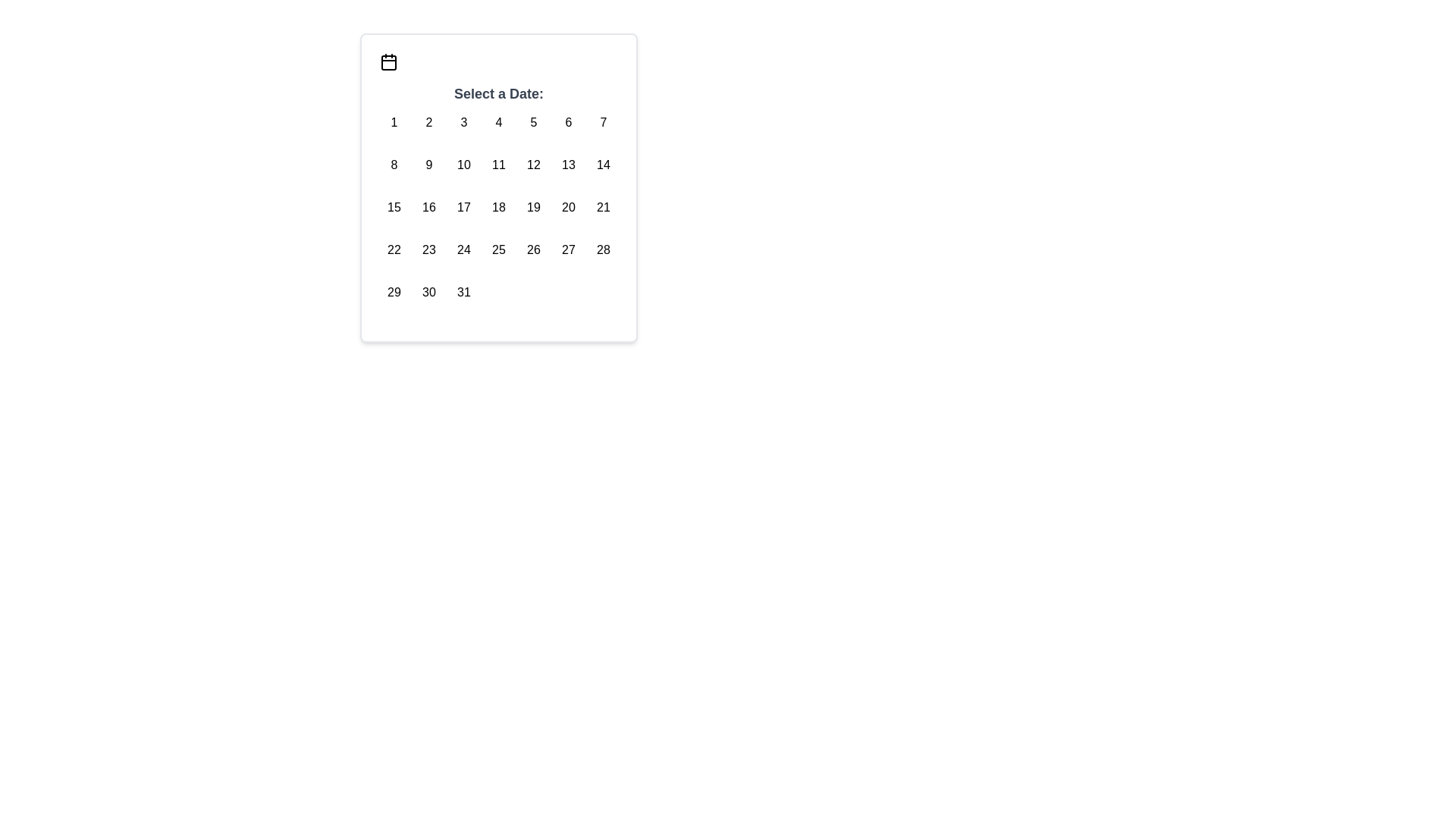 This screenshot has width=1456, height=819. Describe the element at coordinates (567, 165) in the screenshot. I see `the button representing the numerical value '13' located in the second row and sixth column of a 7-column grid layout` at that location.